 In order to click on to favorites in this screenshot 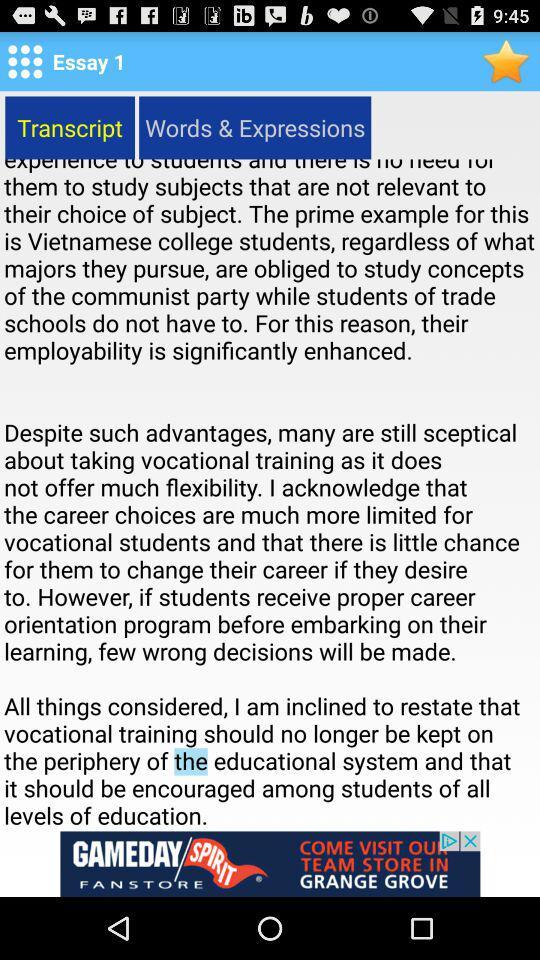, I will do `click(507, 61)`.